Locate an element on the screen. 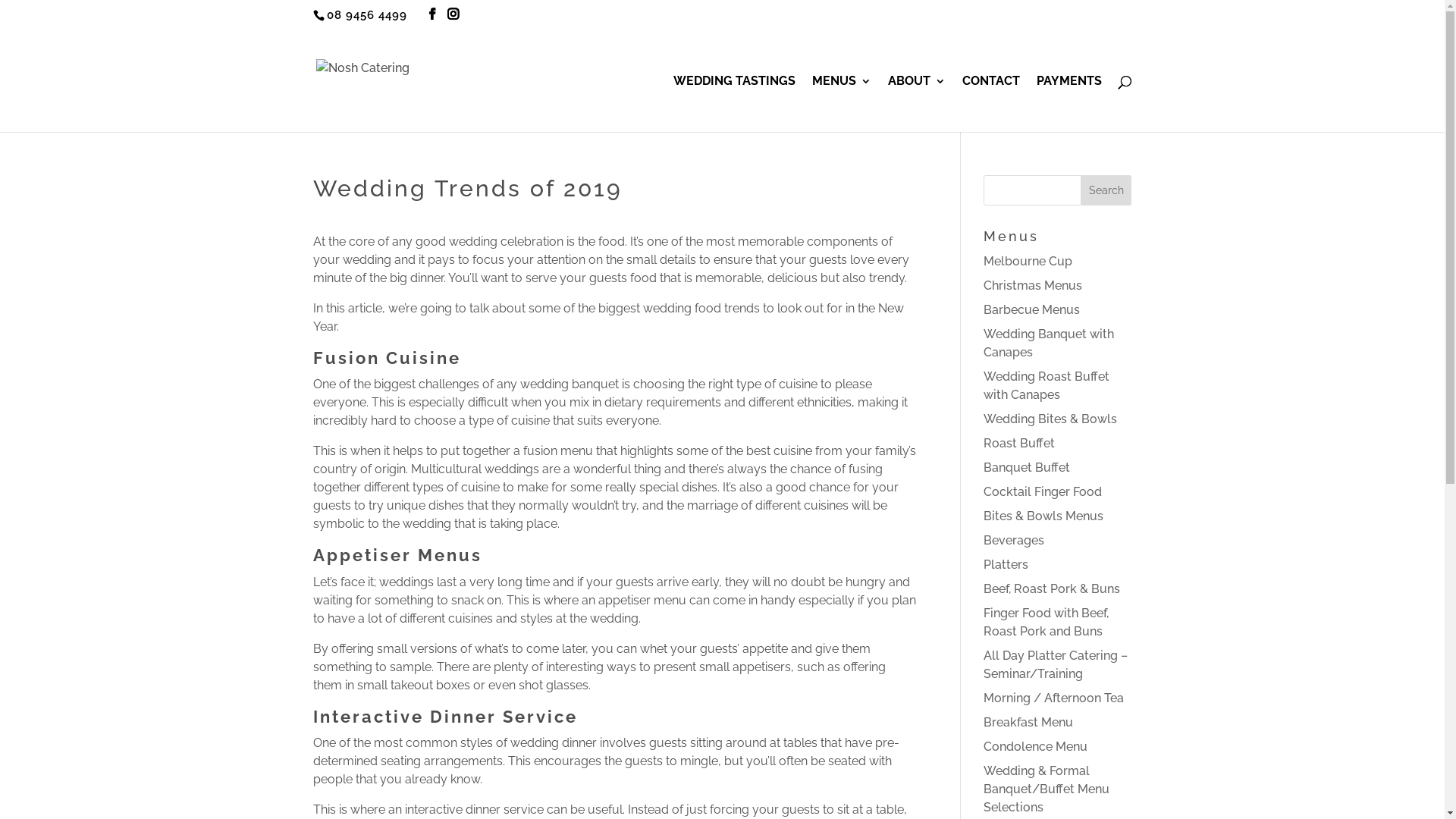  'Beverages' is located at coordinates (1014, 539).